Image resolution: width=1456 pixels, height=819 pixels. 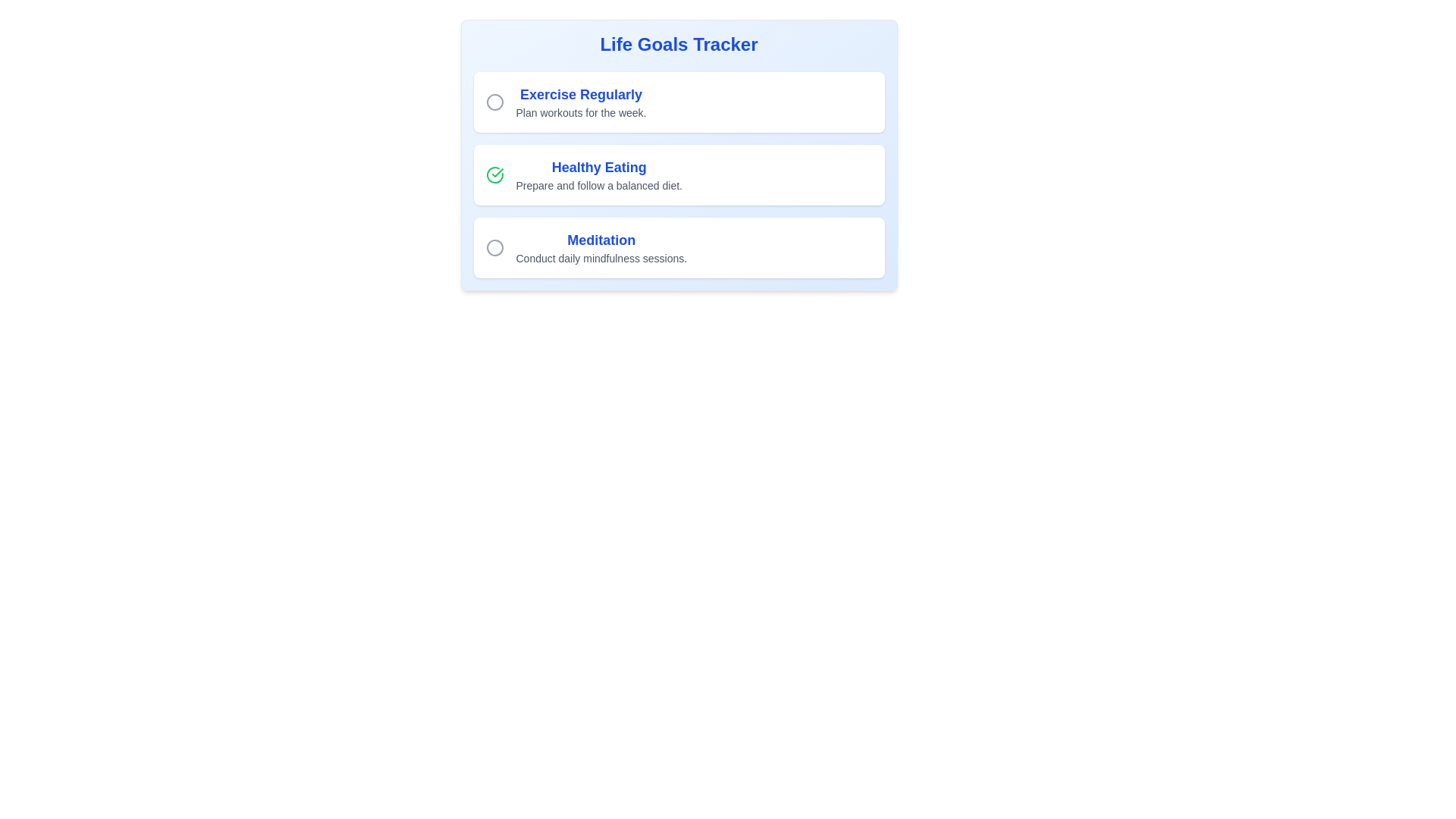 What do you see at coordinates (580, 94) in the screenshot?
I see `the task details of 'Exercise Regularly'` at bounding box center [580, 94].